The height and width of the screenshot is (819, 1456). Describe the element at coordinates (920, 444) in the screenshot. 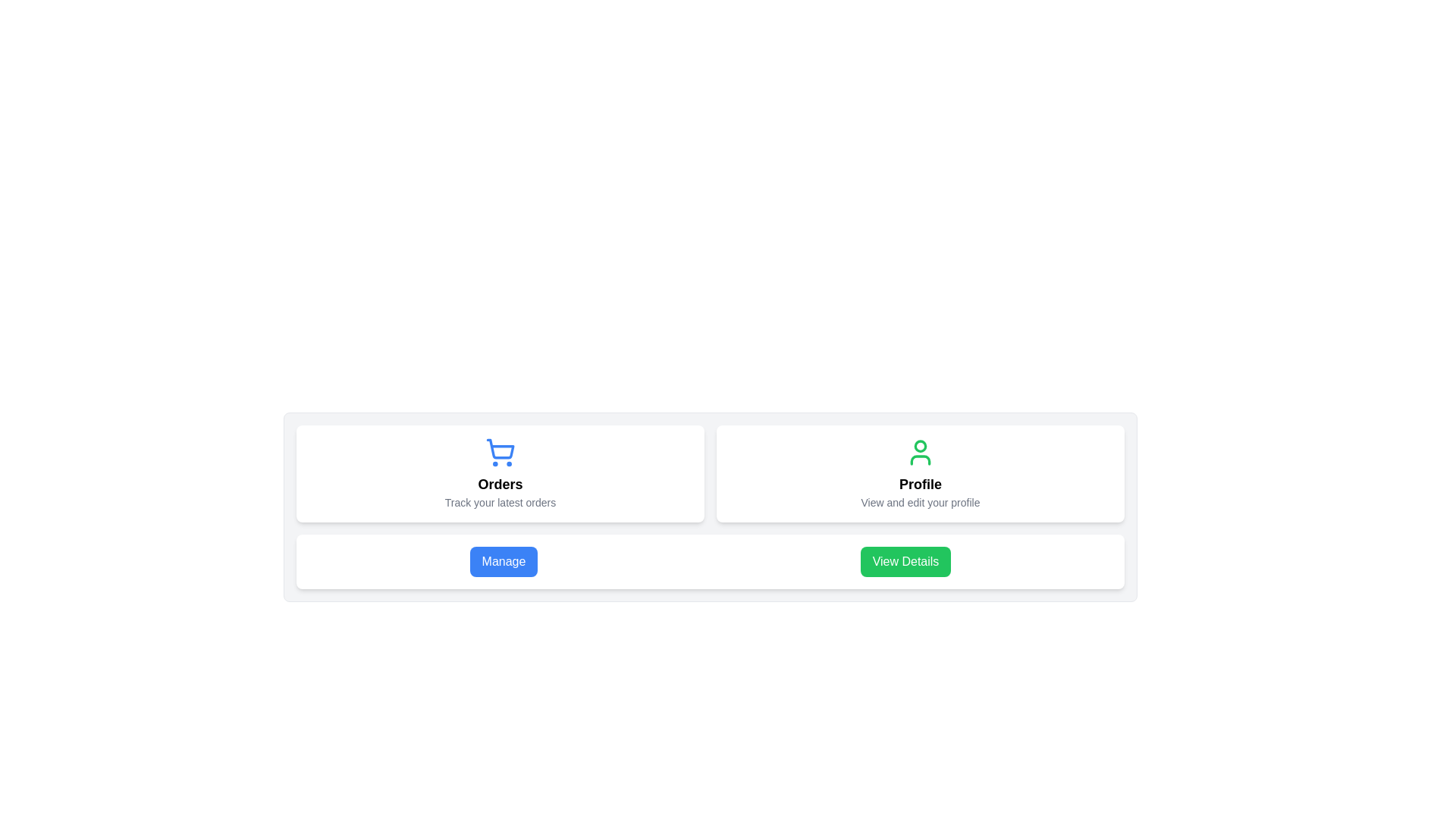

I see `the SVG circle graphic that resembles a user's profile picture, which has a green outline and is located in the right-hand card of the profile section, above the text 'Profile'` at that location.